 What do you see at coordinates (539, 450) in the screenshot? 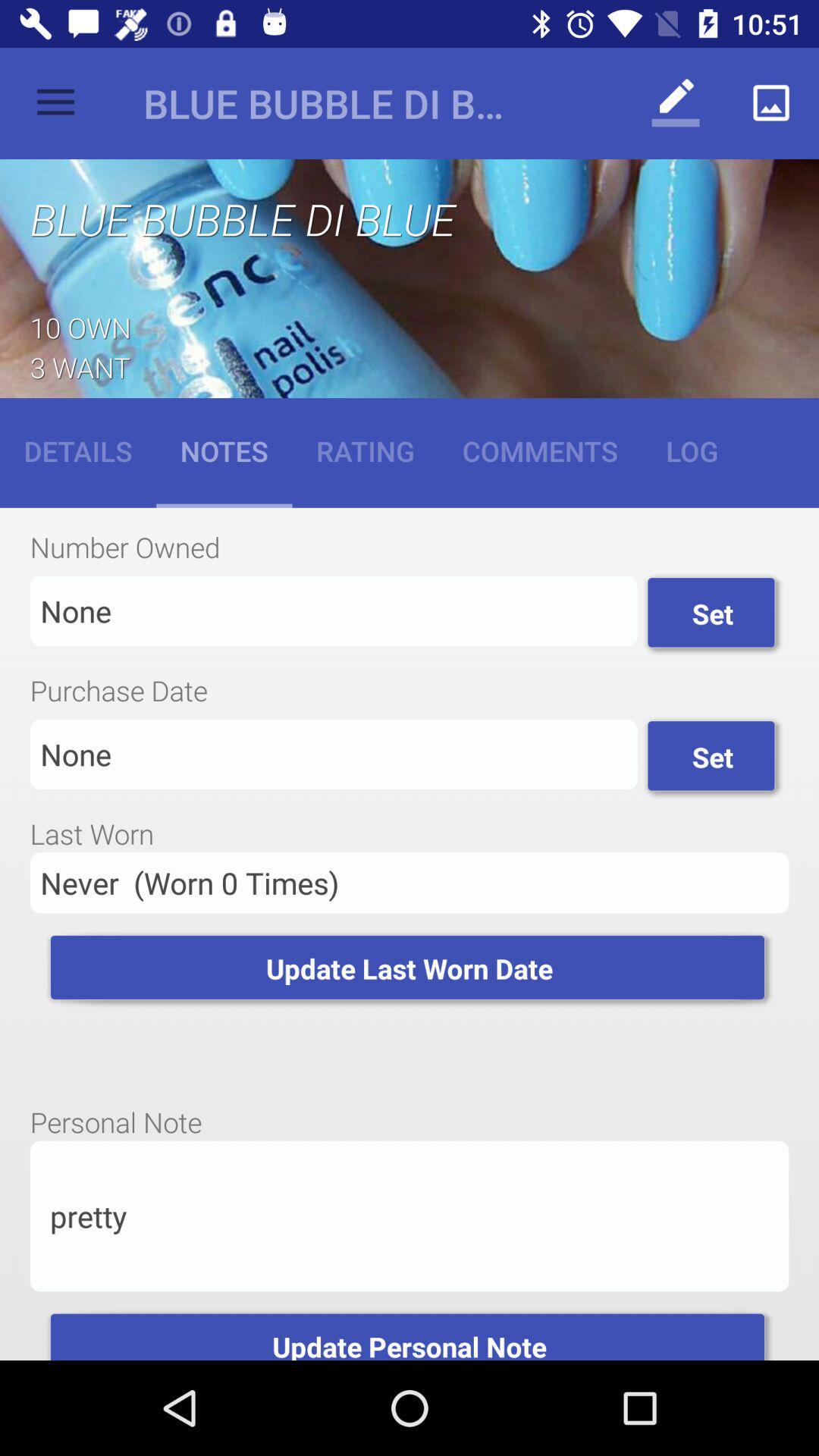
I see `the item next to rating icon` at bounding box center [539, 450].